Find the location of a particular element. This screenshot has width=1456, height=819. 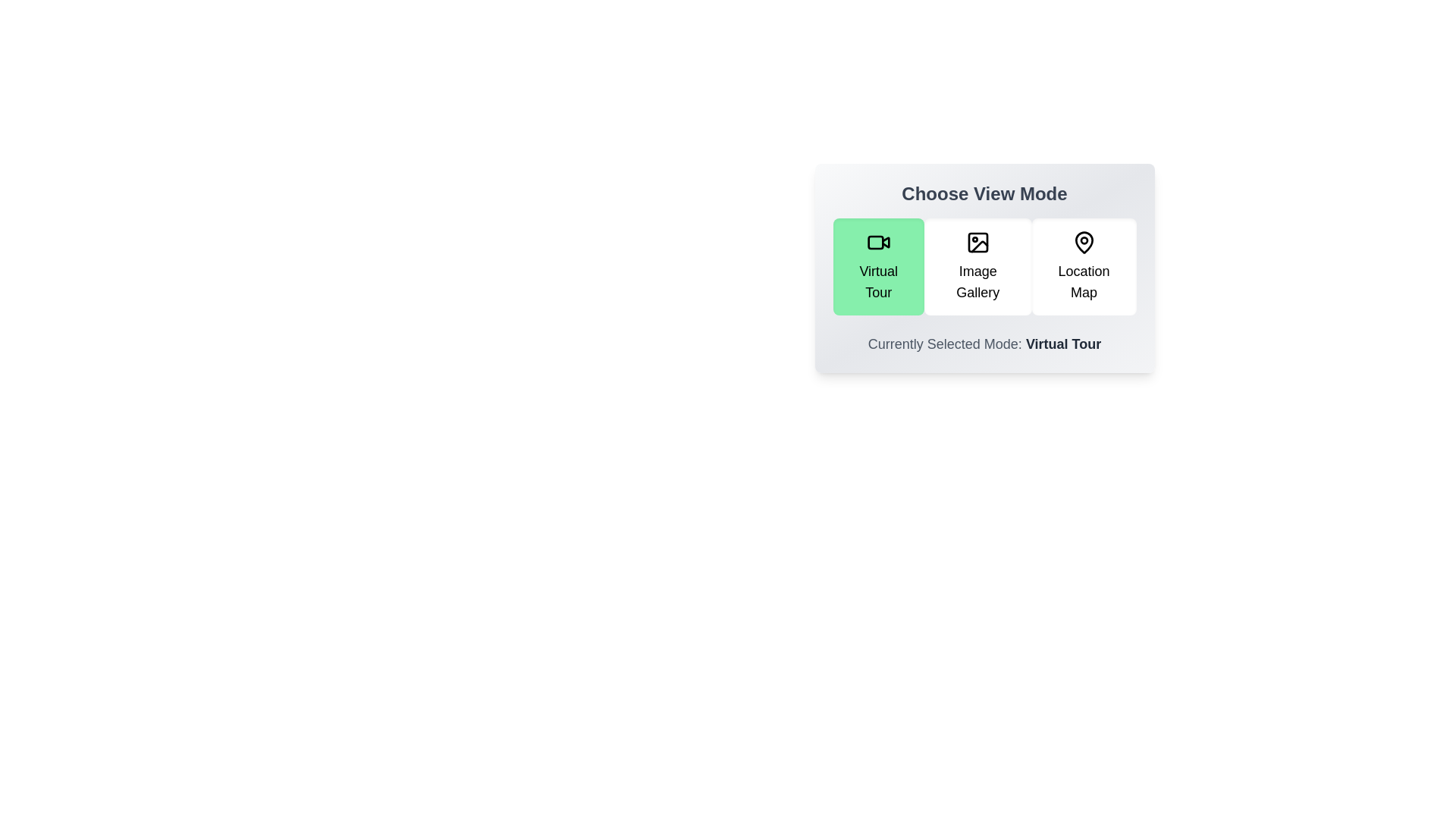

the button labeled Location Map is located at coordinates (1083, 265).